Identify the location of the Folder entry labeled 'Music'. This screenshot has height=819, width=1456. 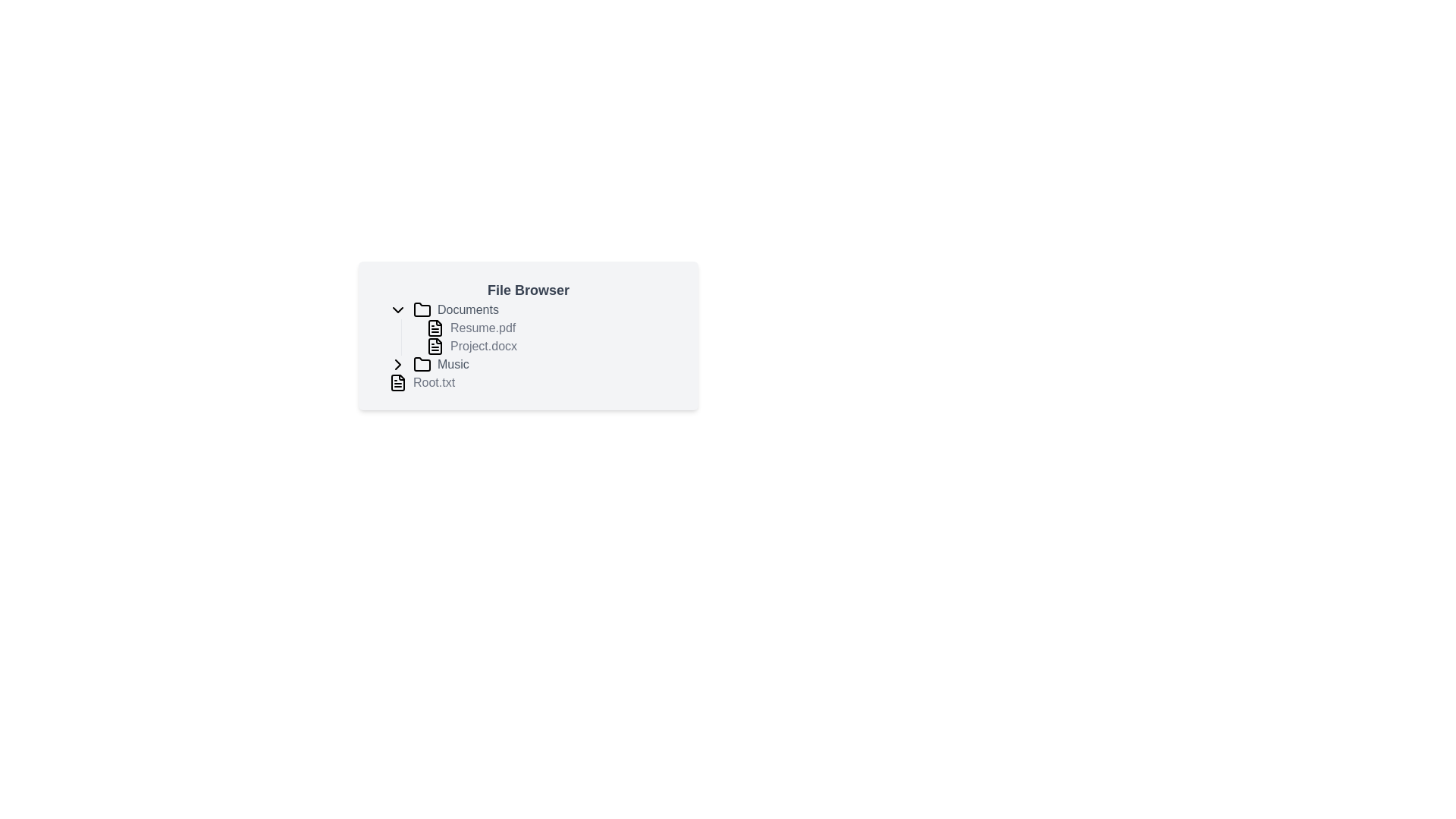
(528, 365).